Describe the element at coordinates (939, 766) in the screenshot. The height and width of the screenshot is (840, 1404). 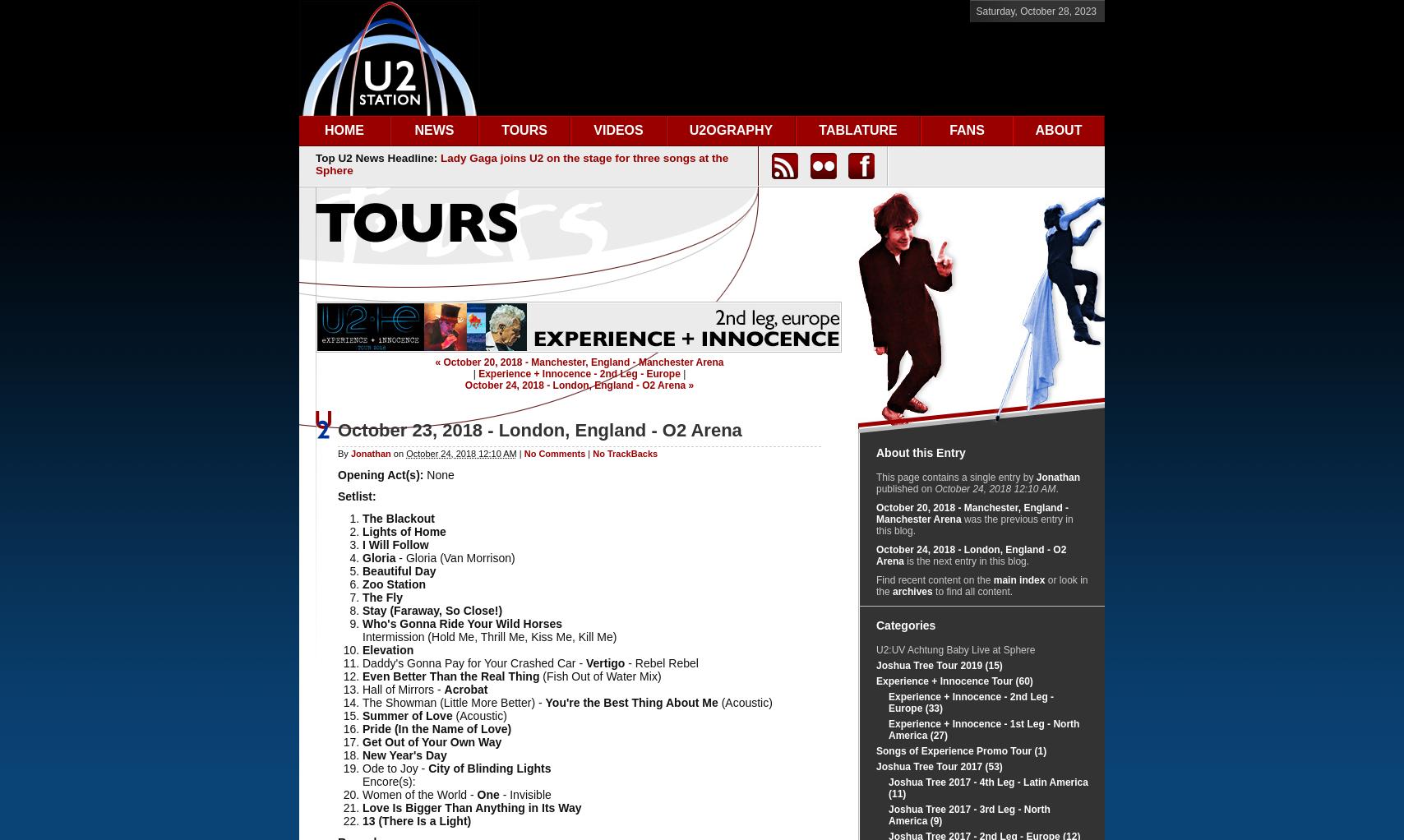
I see `'Joshua Tree Tour 2017 (53)'` at that location.